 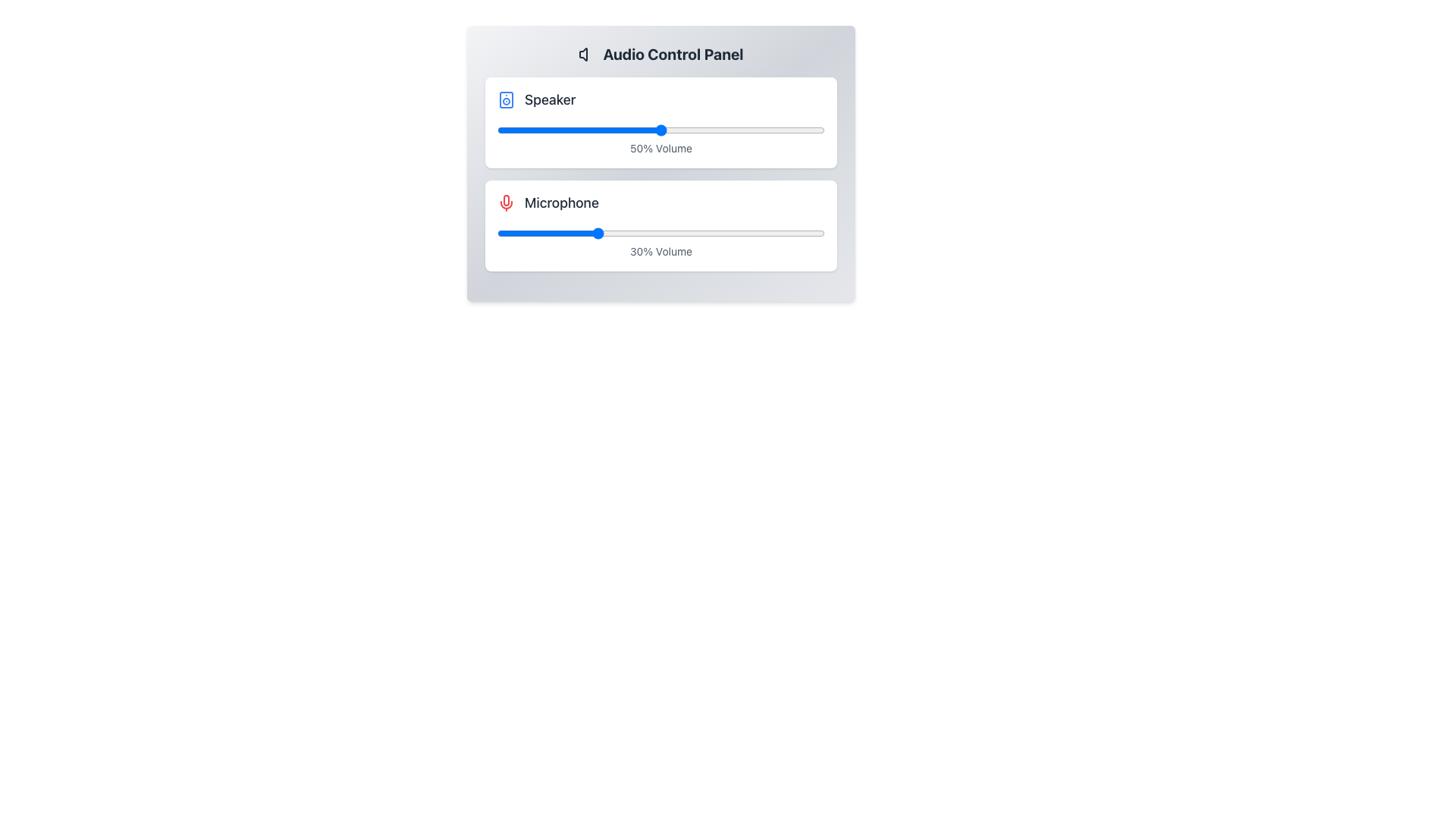 What do you see at coordinates (504, 234) in the screenshot?
I see `the microphone volume` at bounding box center [504, 234].